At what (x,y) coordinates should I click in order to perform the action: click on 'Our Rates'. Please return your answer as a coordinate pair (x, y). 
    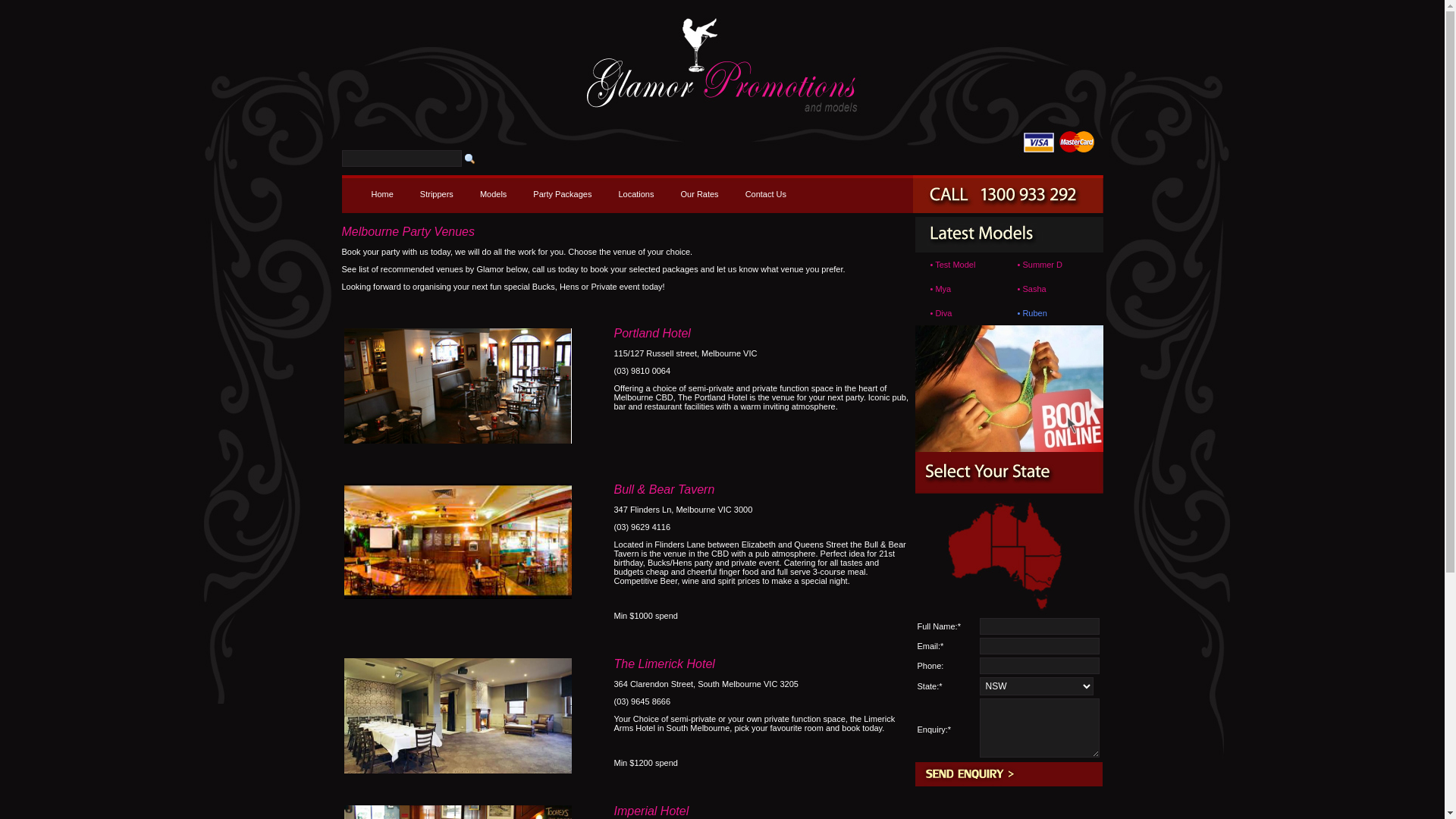
    Looking at the image, I should click on (698, 193).